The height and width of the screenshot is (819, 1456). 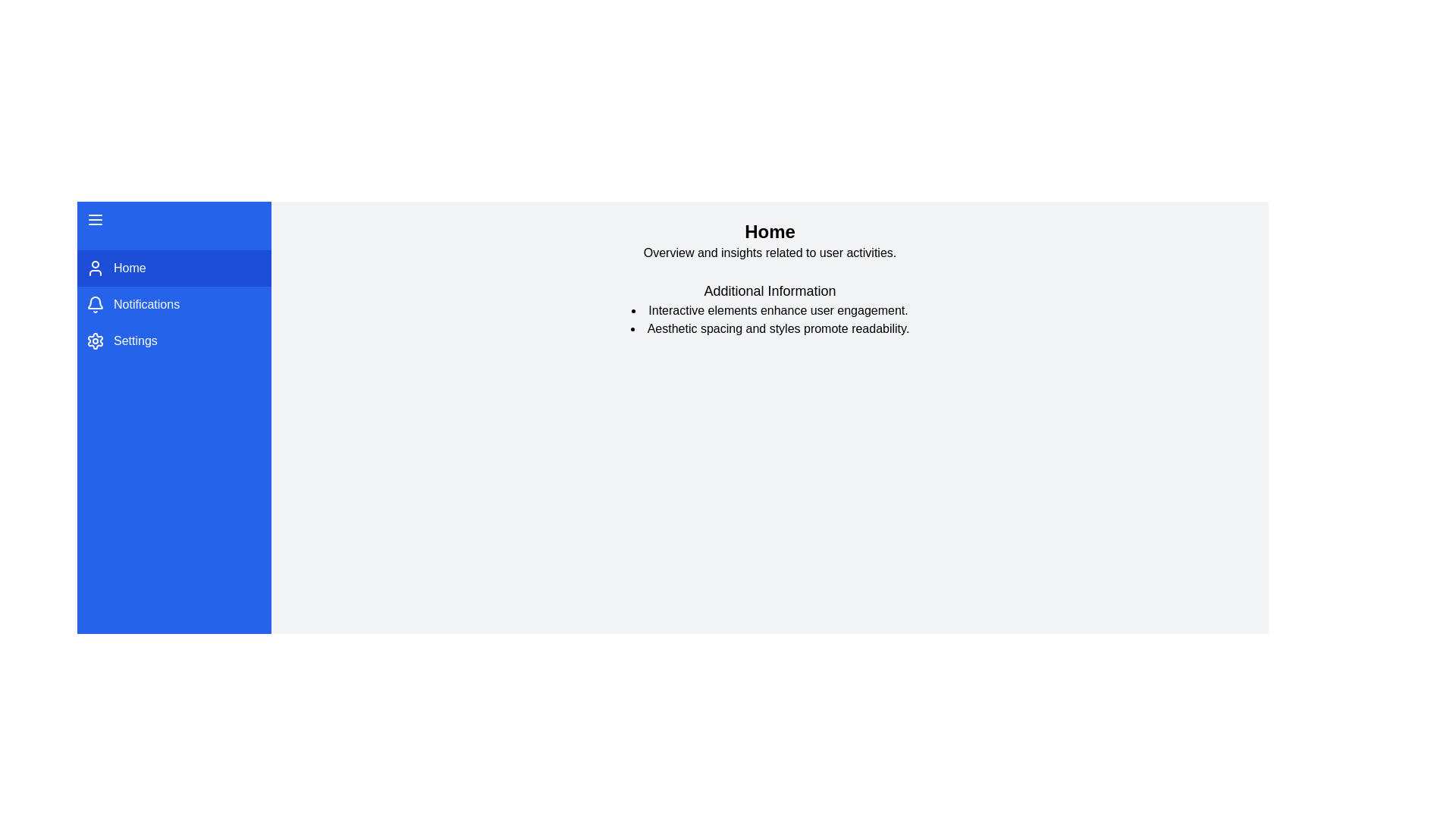 I want to click on the Notifications section from the sidebar menu, so click(x=174, y=304).